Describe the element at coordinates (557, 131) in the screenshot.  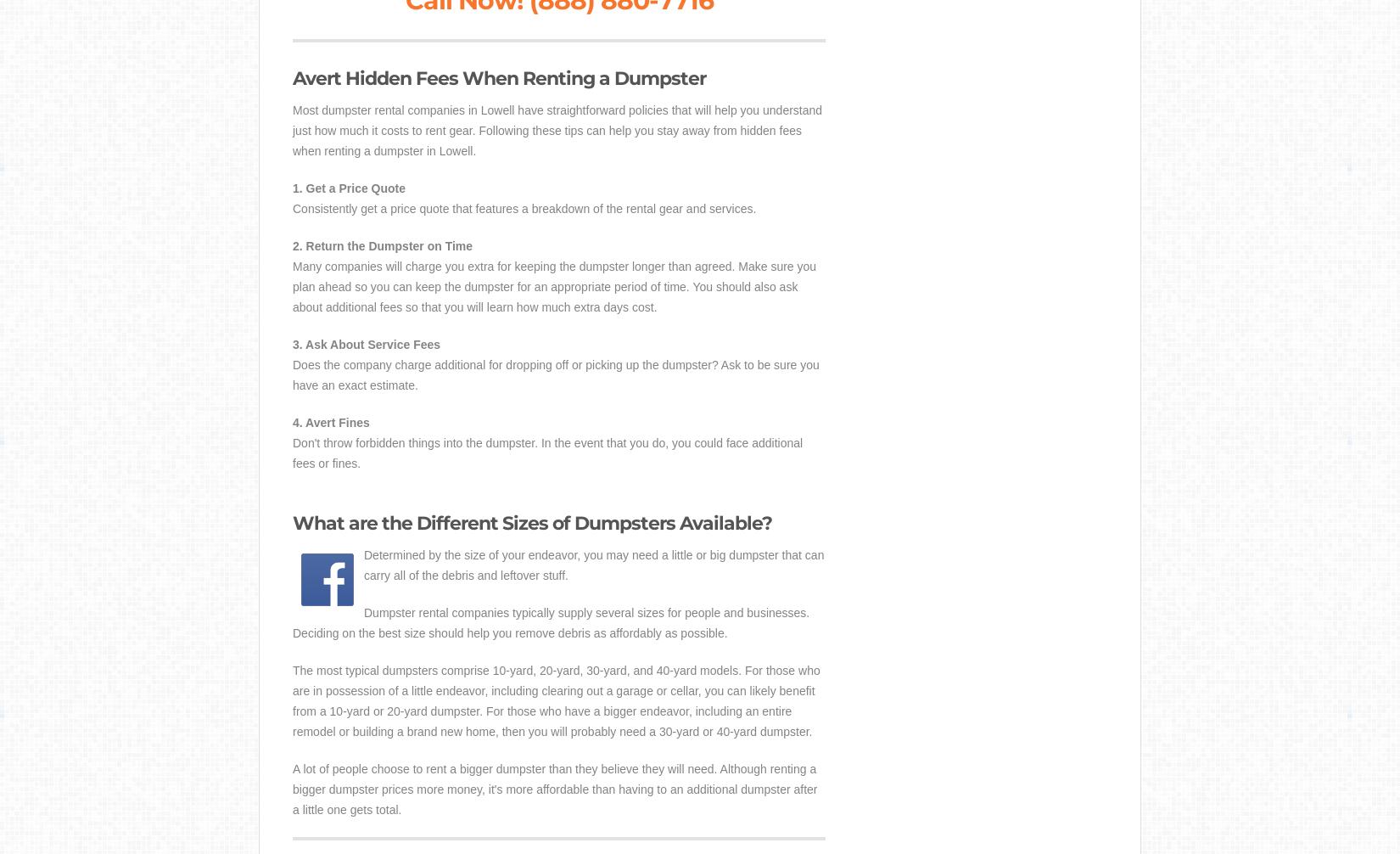
I see `'Most dumpster rental companies in Lowell have straightforward policies that will help you understand just how much it costs to rent gear. Following these tips can help you stay away from hidden fees when renting a dumpster in Lowell.'` at that location.